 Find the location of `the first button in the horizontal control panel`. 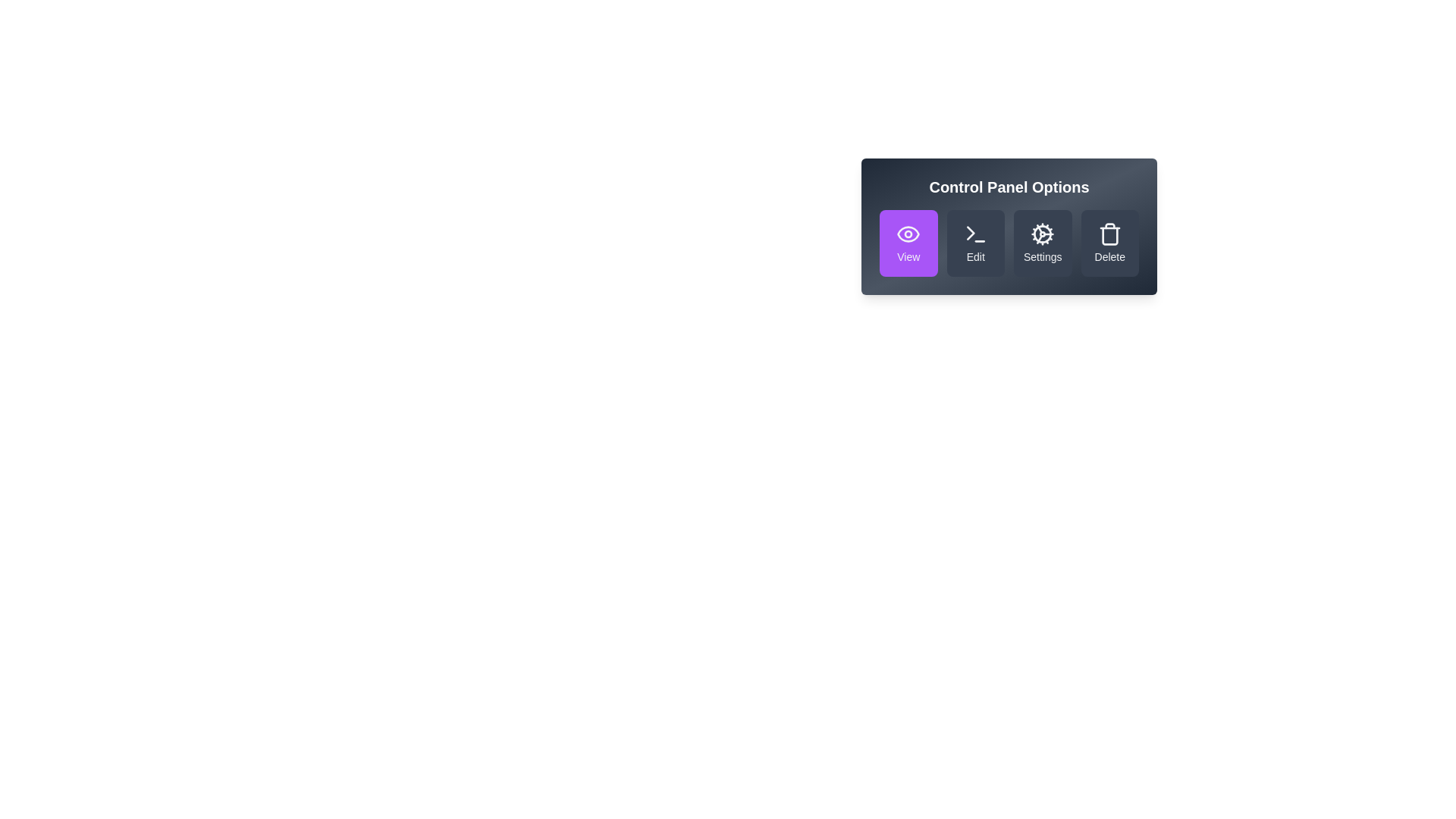

the first button in the horizontal control panel is located at coordinates (908, 242).